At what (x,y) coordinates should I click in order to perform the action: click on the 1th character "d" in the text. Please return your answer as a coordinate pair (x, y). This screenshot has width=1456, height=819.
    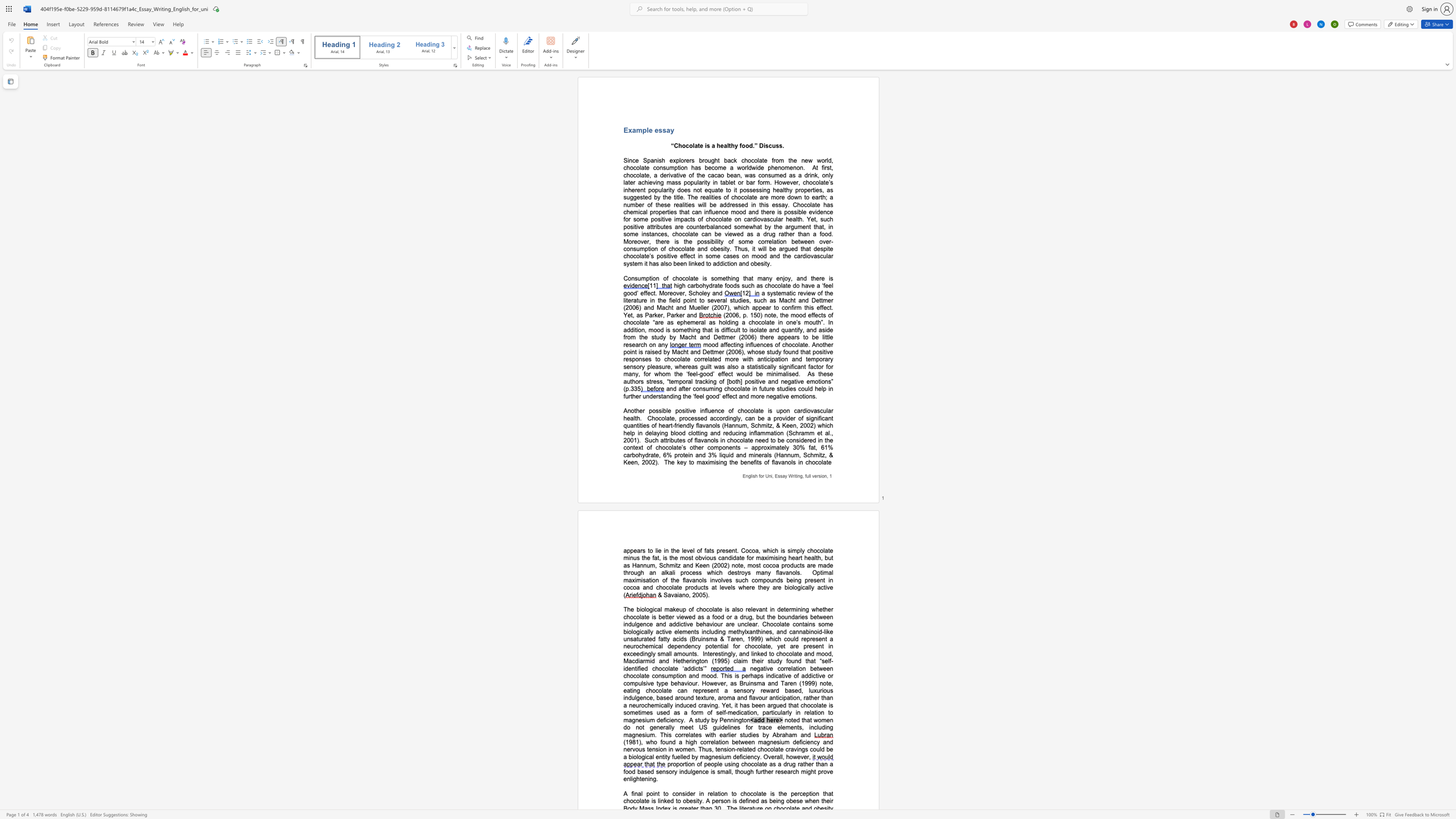
    Looking at the image, I should click on (751, 146).